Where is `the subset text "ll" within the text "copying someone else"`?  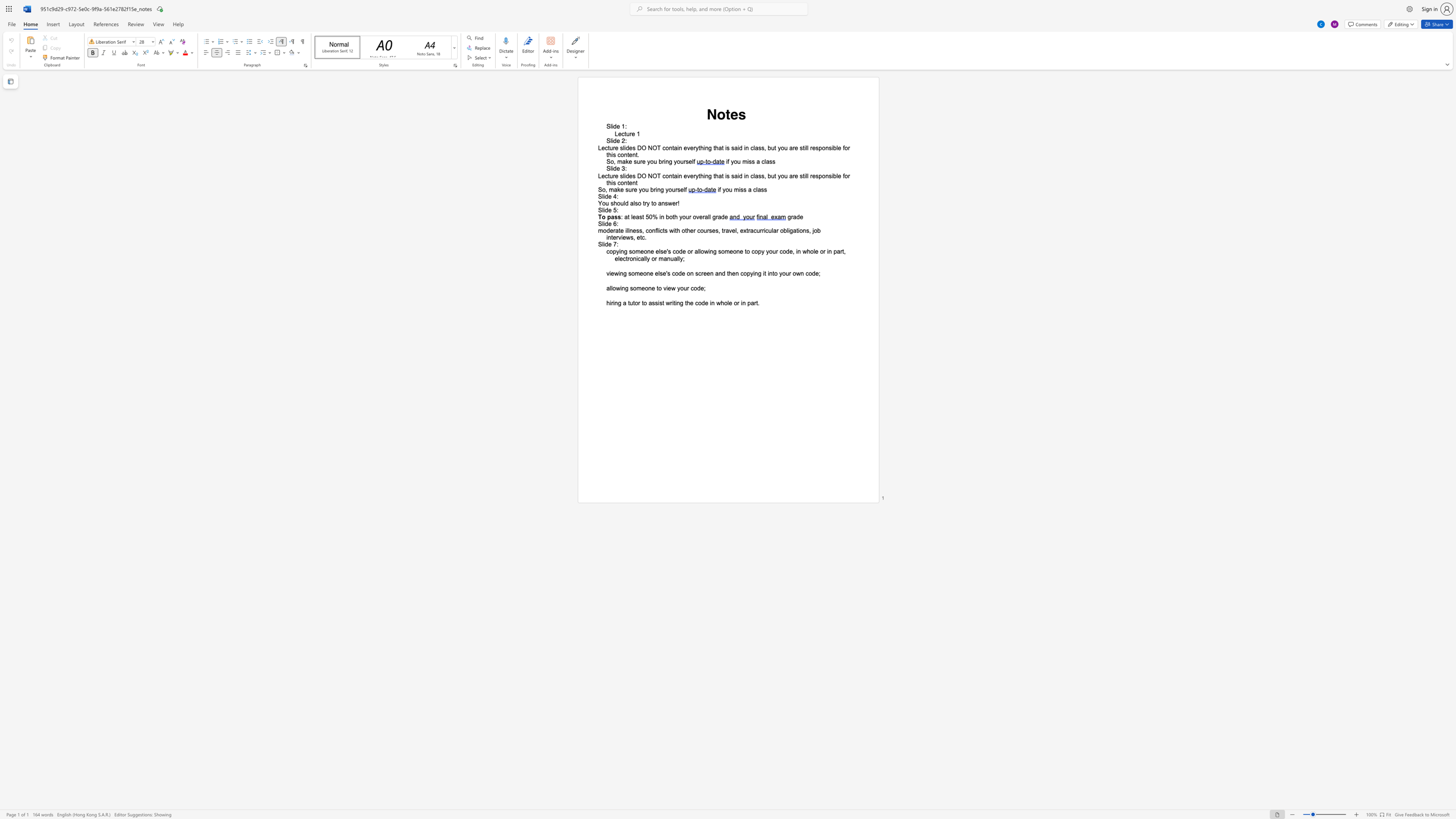 the subset text "ll" within the text "copying someone else" is located at coordinates (677, 258).